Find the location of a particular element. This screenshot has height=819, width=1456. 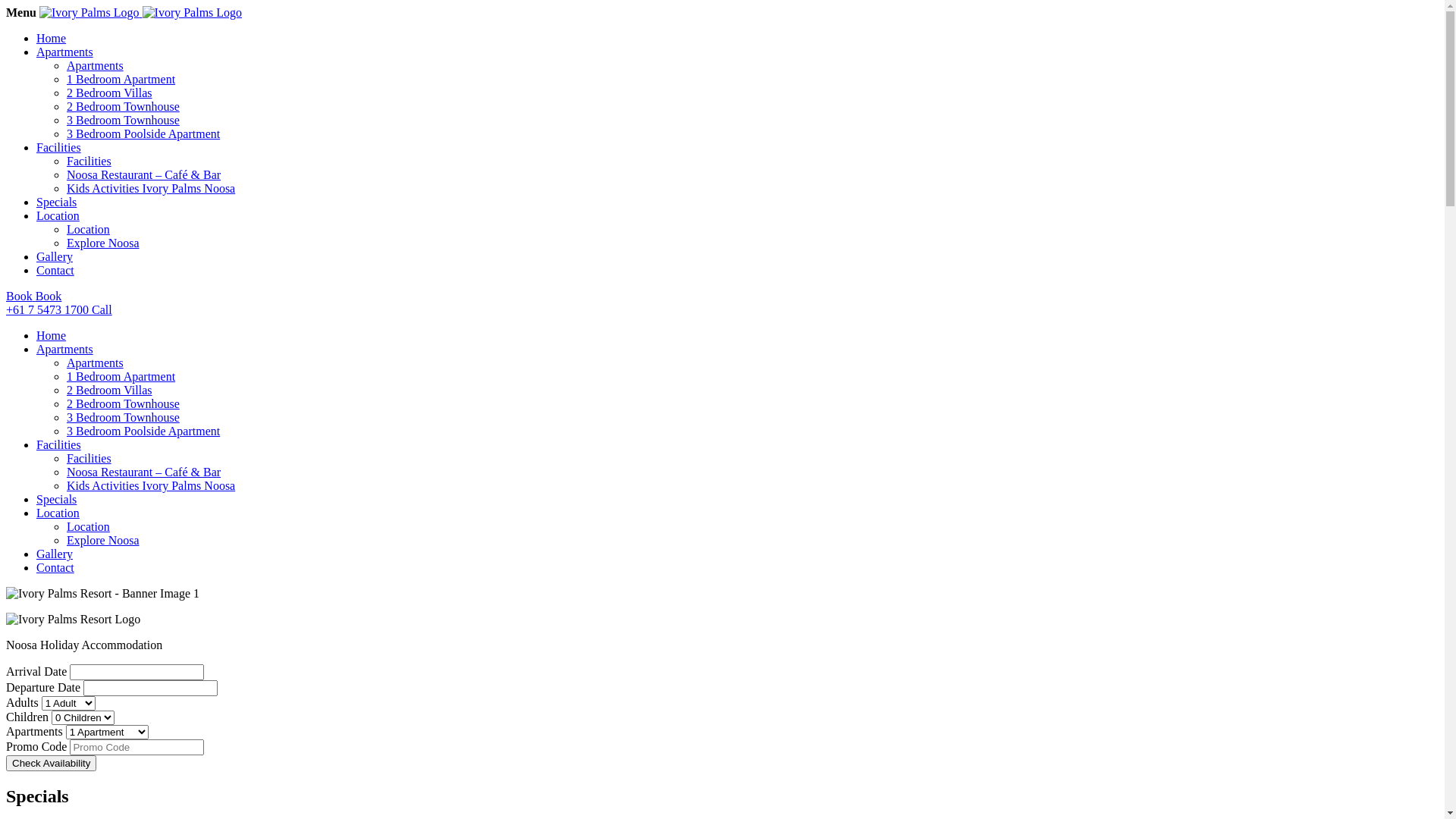

'Home' is located at coordinates (51, 37).